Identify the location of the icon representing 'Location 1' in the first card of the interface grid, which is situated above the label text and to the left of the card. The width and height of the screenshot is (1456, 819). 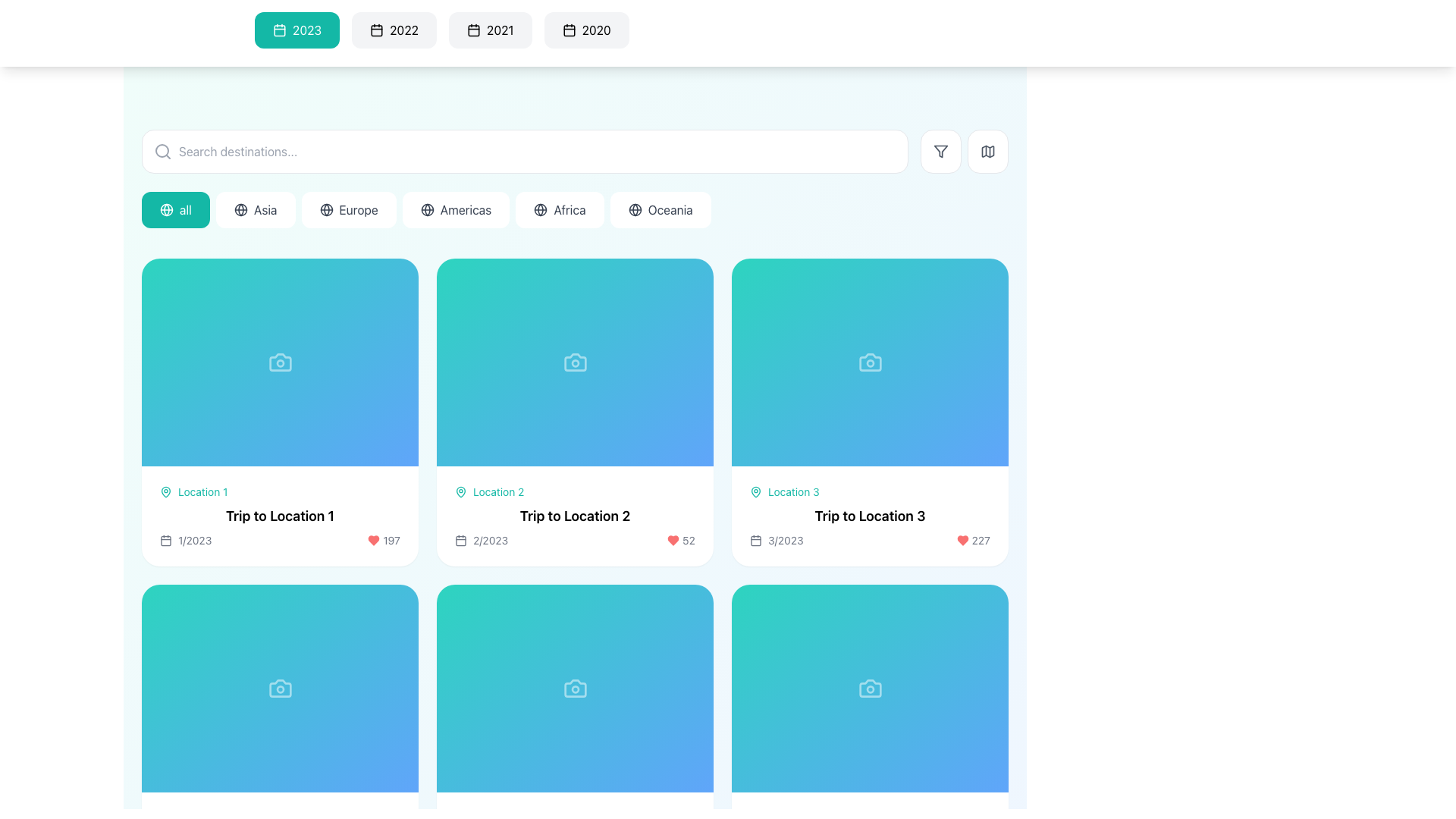
(166, 491).